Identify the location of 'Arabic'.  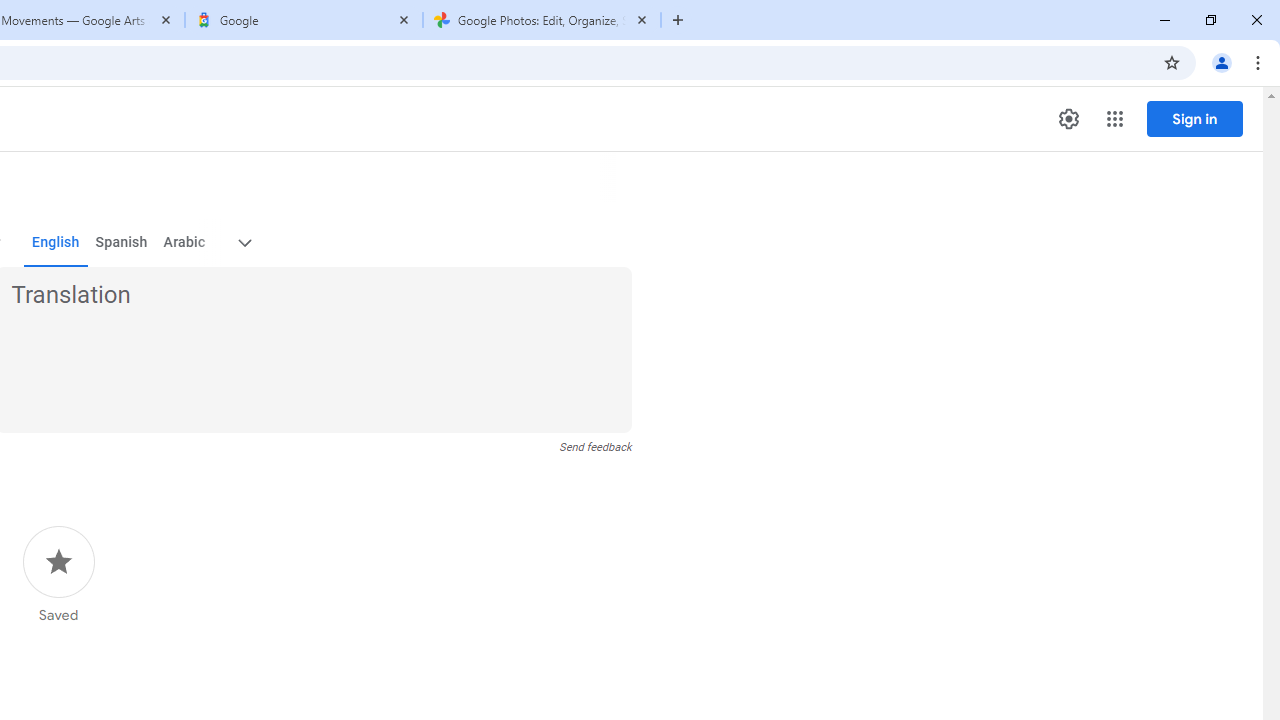
(183, 242).